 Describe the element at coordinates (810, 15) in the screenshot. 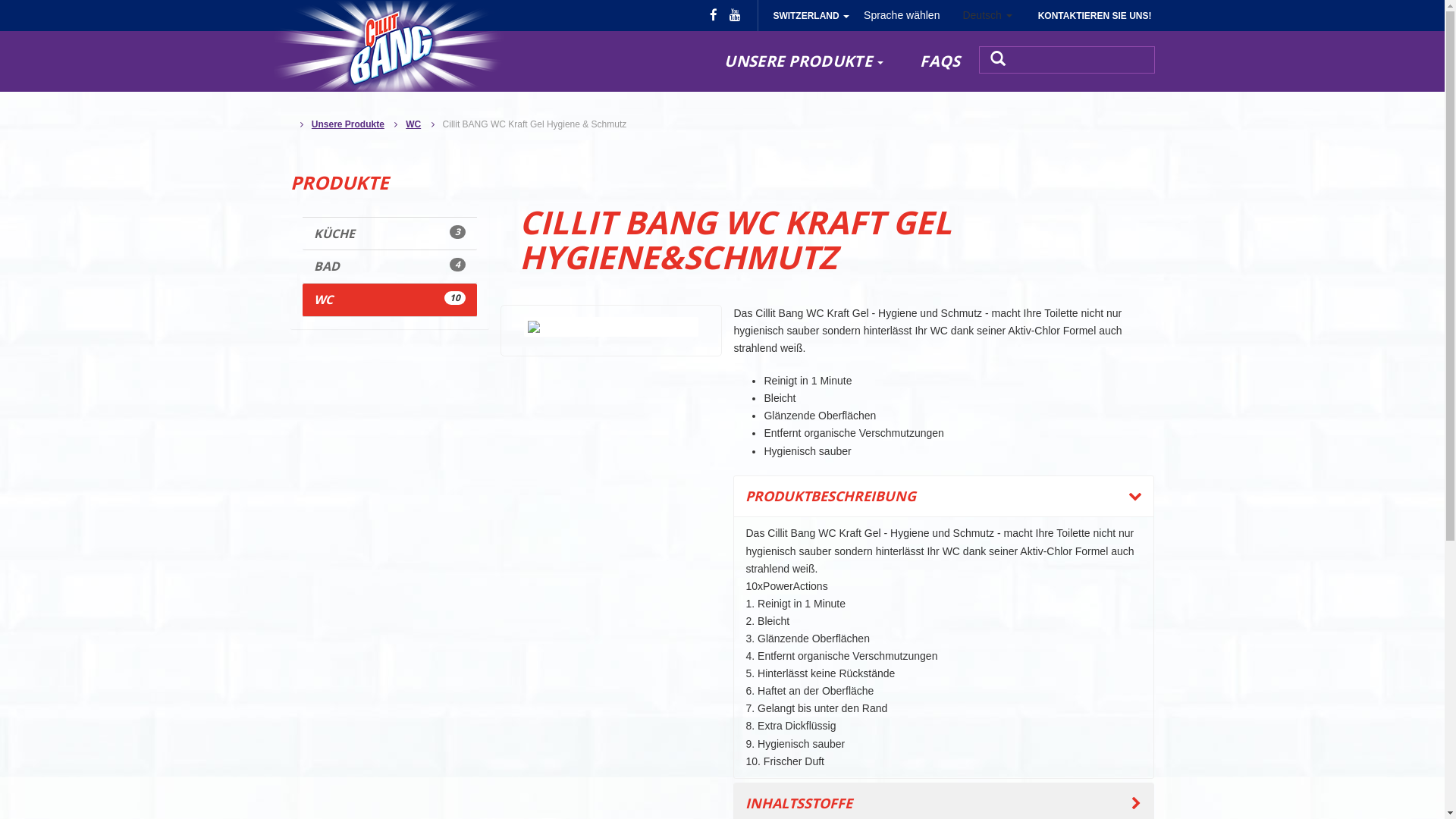

I see `'SWITZERLAND'` at that location.